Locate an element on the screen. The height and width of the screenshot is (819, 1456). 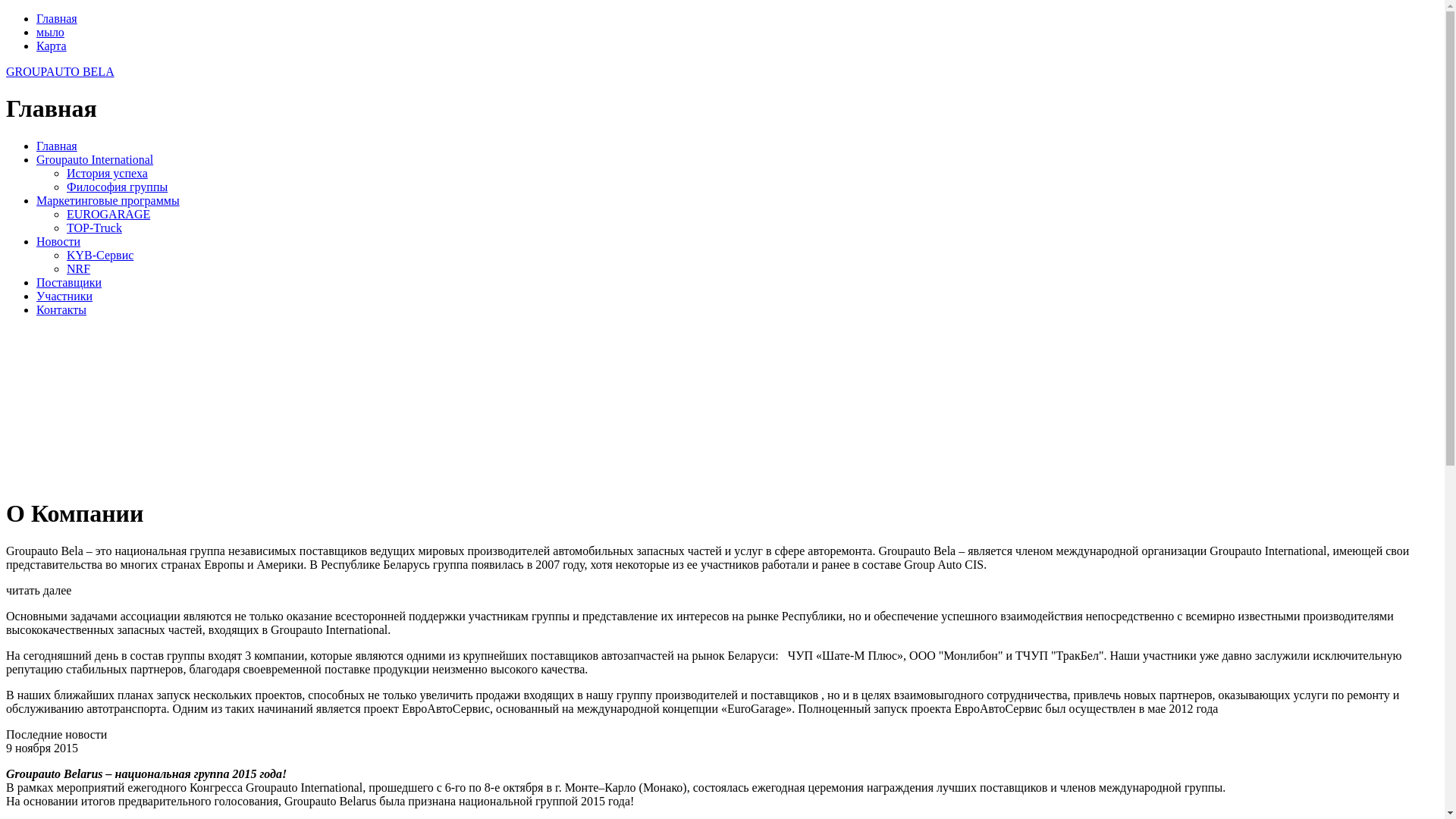
'EUROGARAGE' is located at coordinates (108, 214).